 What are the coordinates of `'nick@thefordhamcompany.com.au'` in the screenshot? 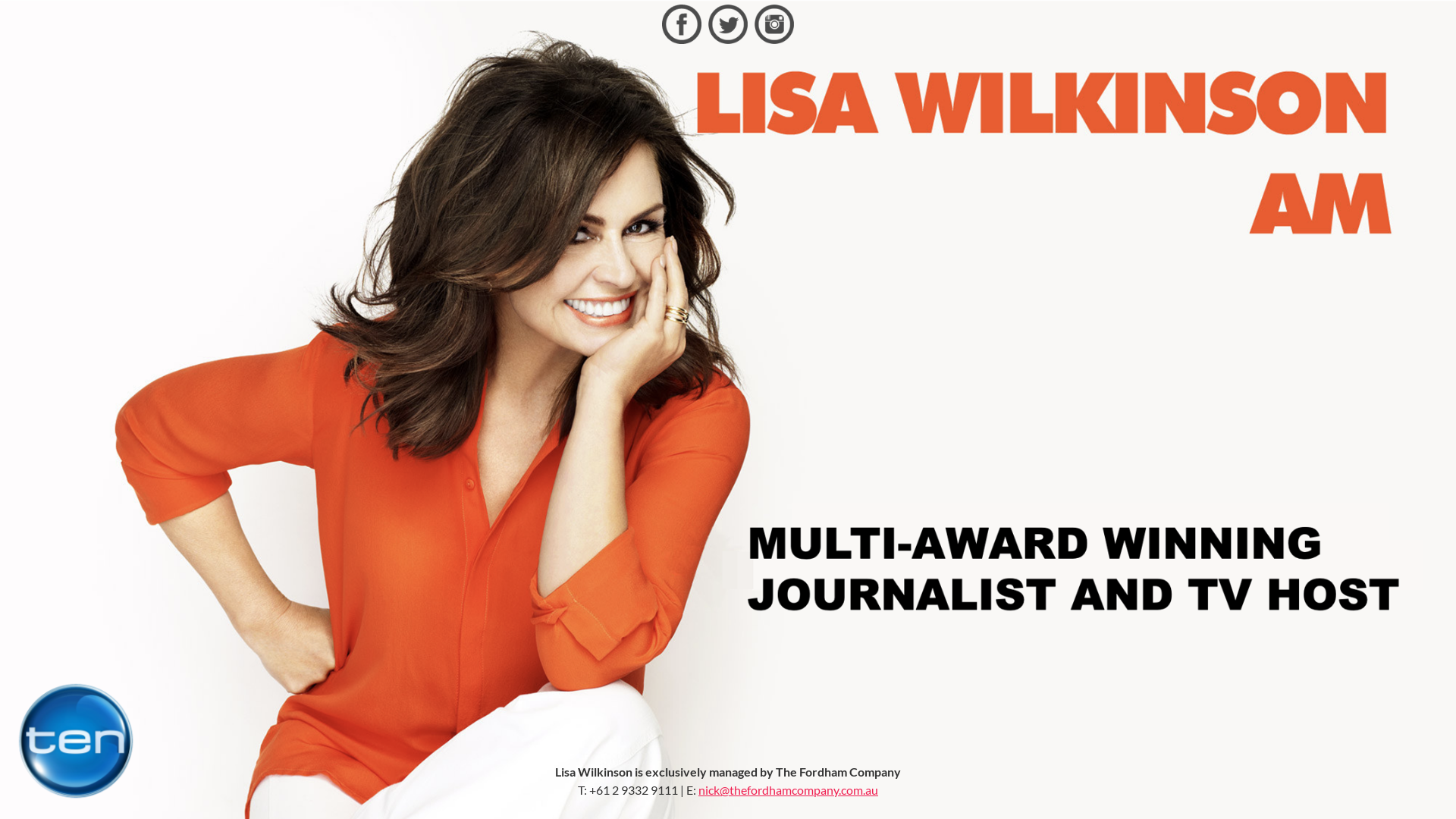 It's located at (788, 789).